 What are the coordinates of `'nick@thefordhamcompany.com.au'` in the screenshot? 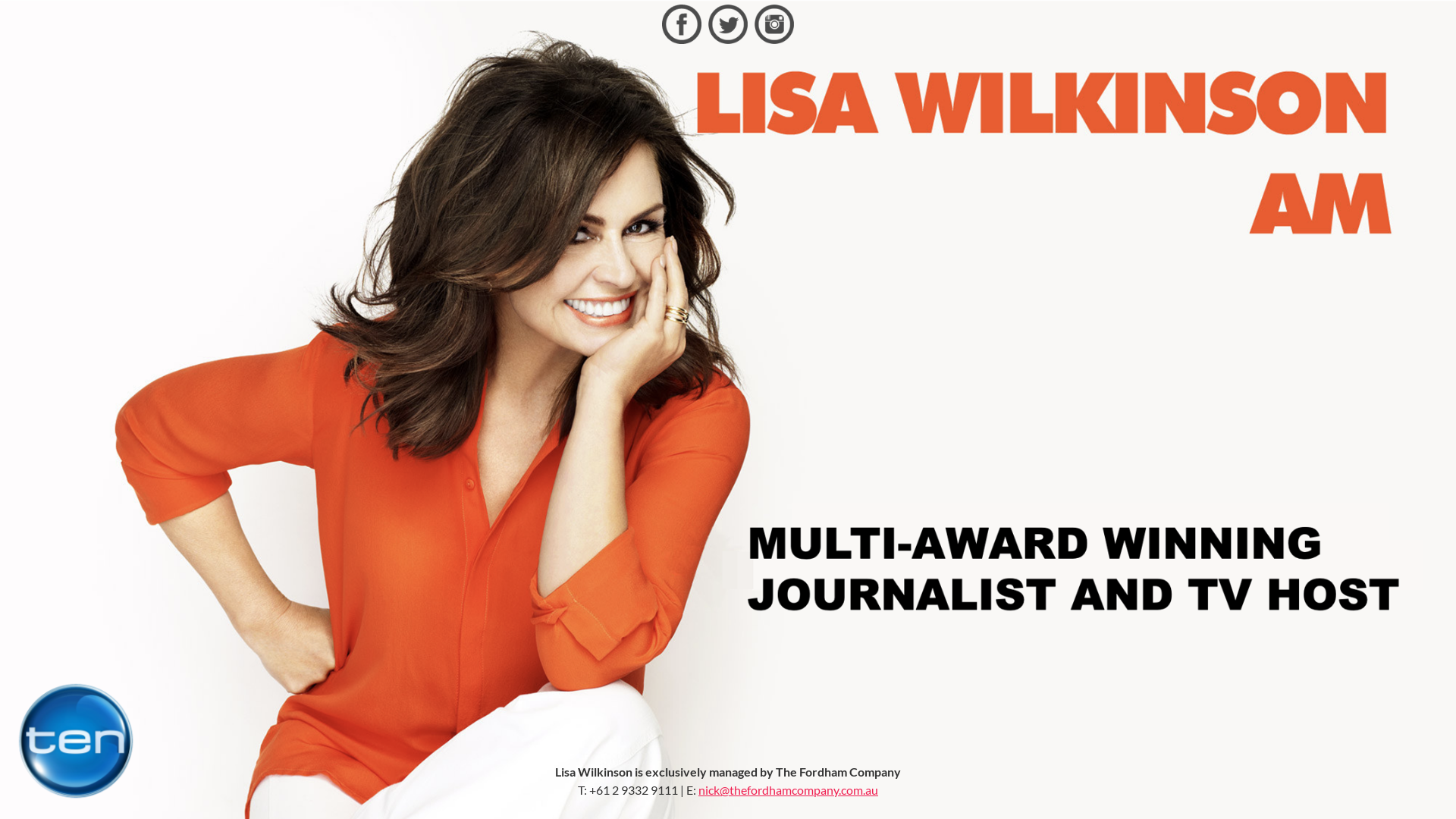 It's located at (788, 789).